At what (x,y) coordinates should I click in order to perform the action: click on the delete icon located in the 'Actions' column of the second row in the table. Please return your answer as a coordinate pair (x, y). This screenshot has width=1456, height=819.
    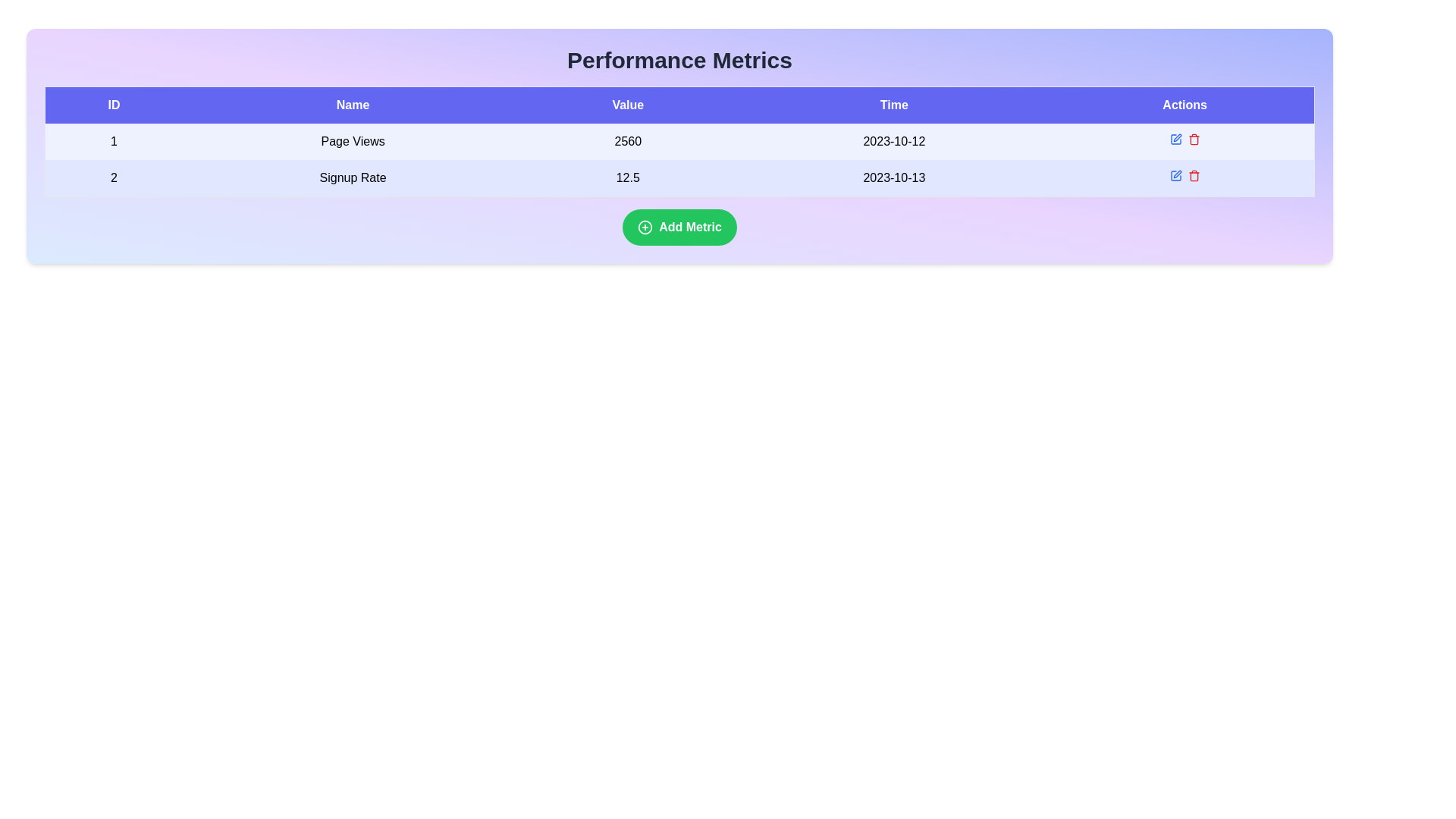
    Looking at the image, I should click on (1193, 176).